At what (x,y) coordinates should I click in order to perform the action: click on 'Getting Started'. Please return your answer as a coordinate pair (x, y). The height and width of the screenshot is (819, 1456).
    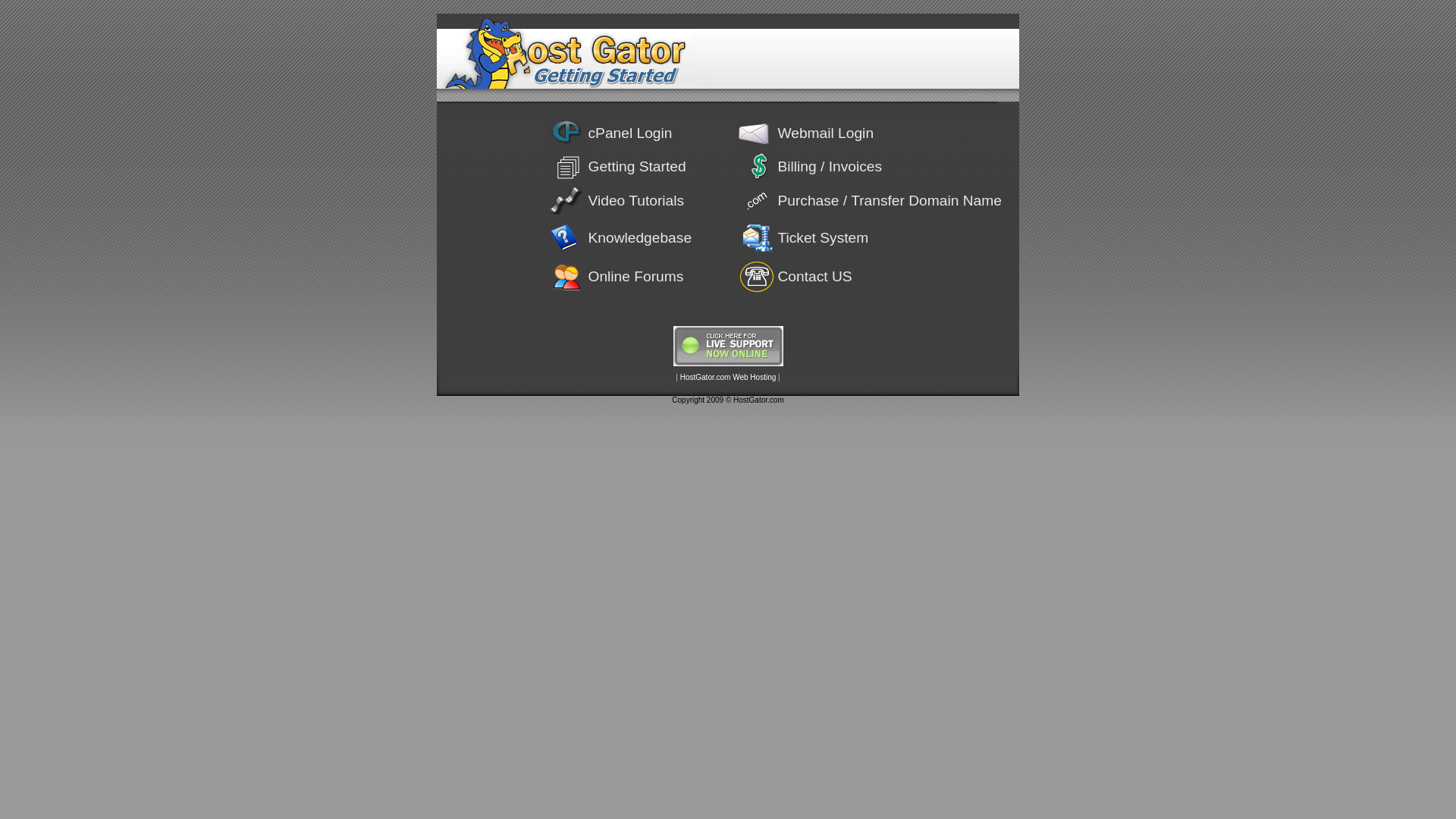
    Looking at the image, I should click on (637, 166).